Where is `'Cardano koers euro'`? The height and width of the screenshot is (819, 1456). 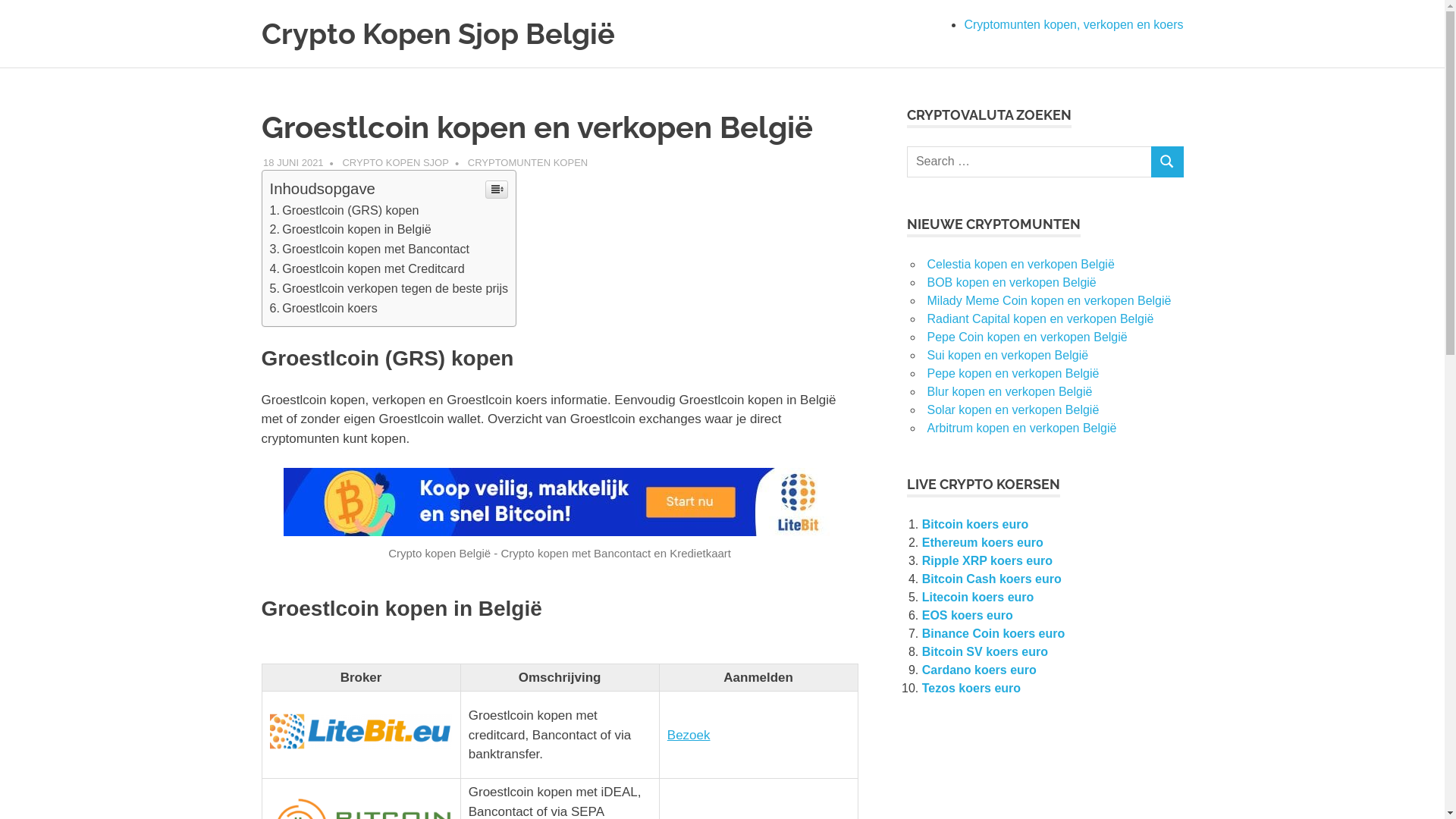
'Cardano koers euro' is located at coordinates (921, 669).